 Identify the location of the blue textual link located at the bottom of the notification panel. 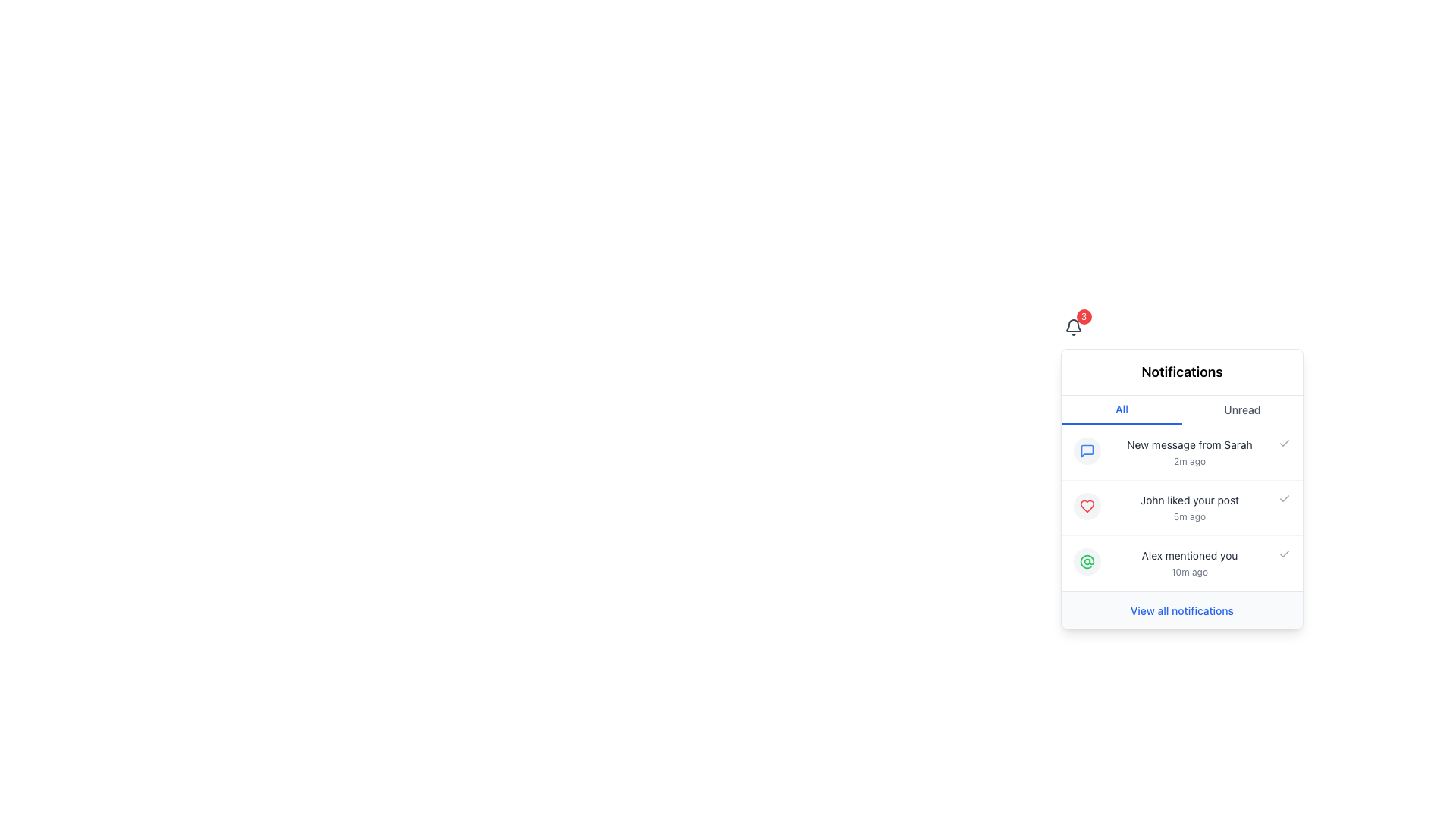
(1181, 610).